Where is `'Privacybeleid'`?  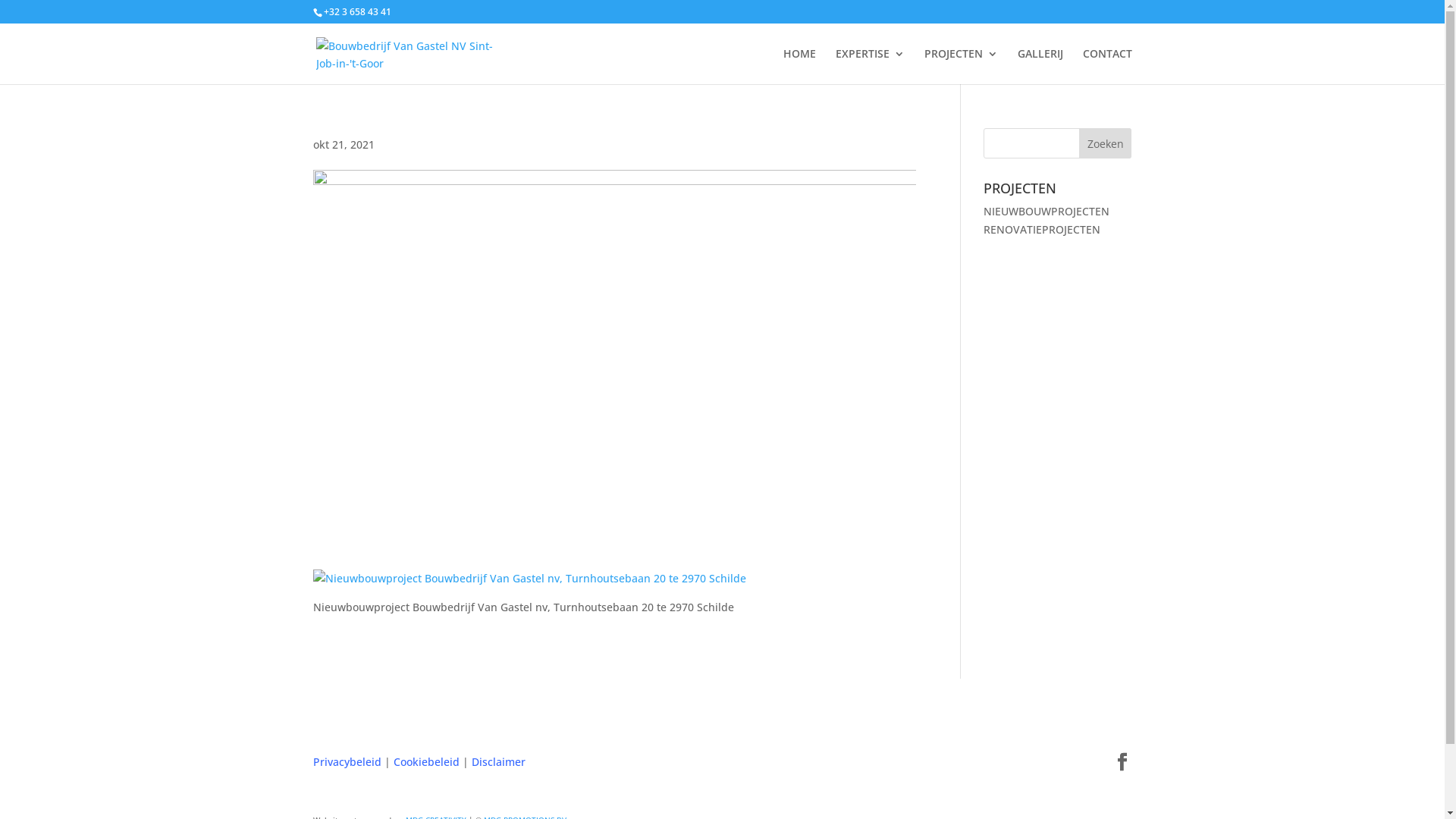 'Privacybeleid' is located at coordinates (345, 761).